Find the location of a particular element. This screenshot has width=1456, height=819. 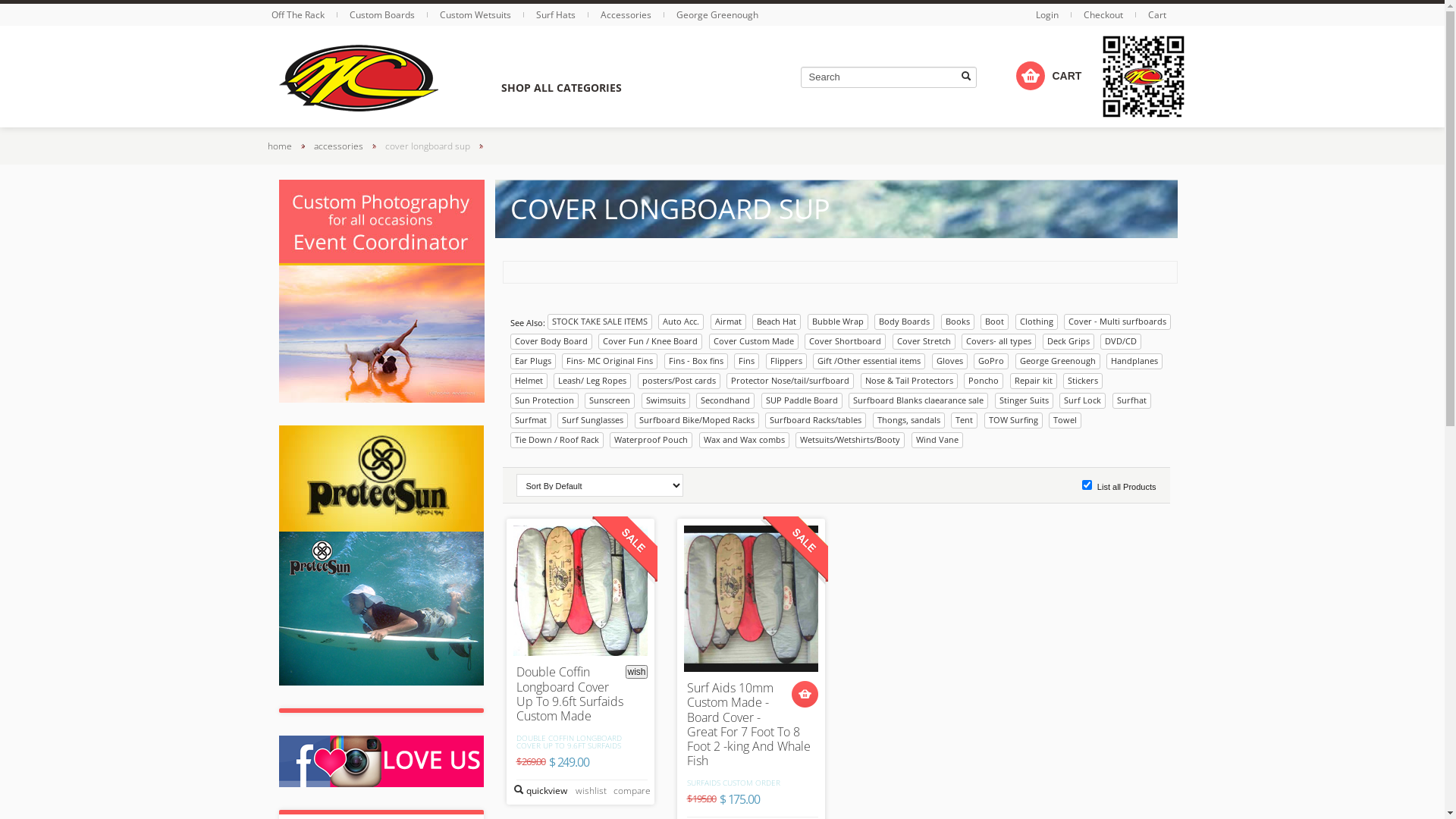

'Secondhand' is located at coordinates (695, 400).